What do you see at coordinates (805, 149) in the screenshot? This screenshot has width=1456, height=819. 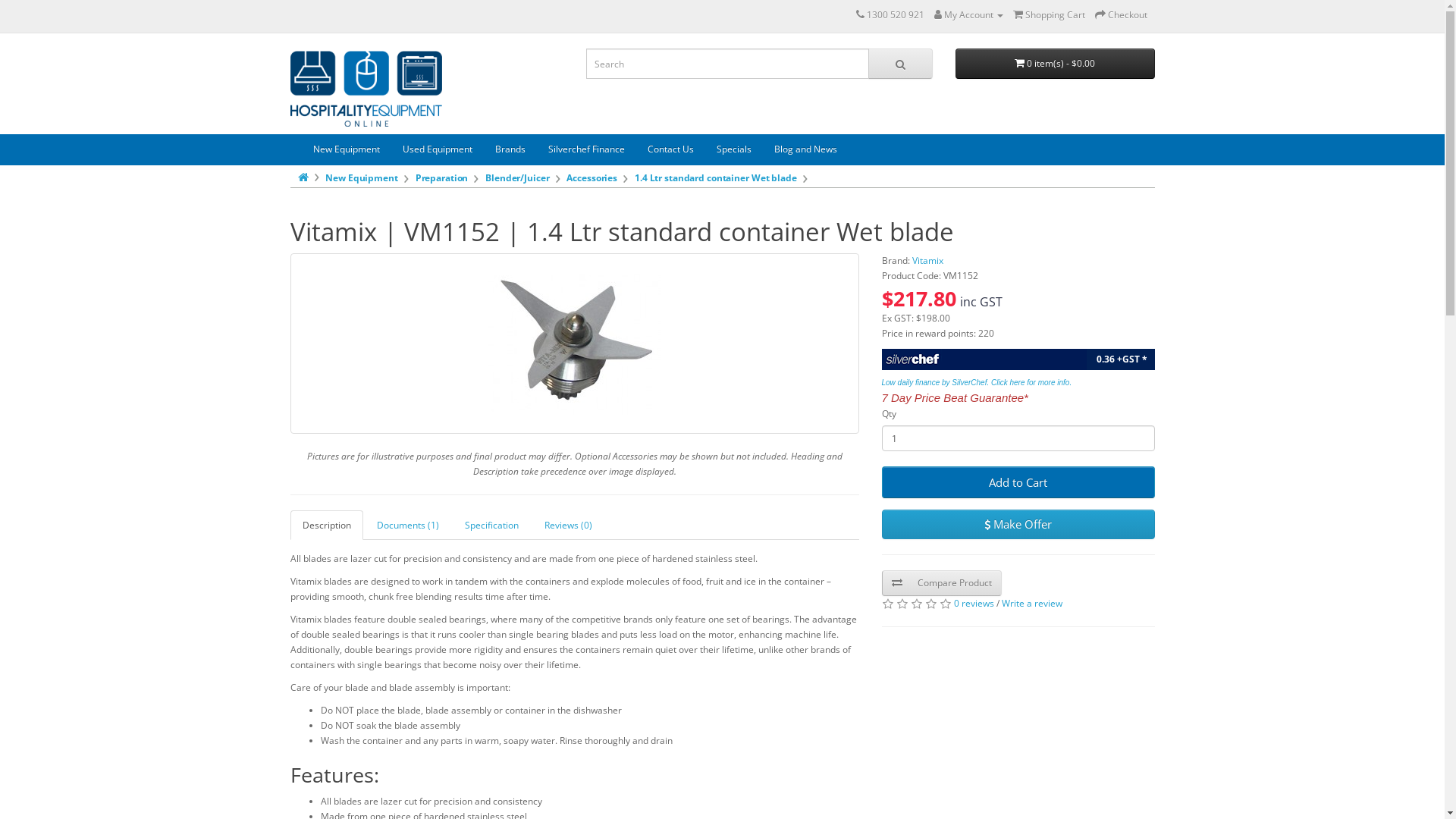 I see `'Blog and News'` at bounding box center [805, 149].